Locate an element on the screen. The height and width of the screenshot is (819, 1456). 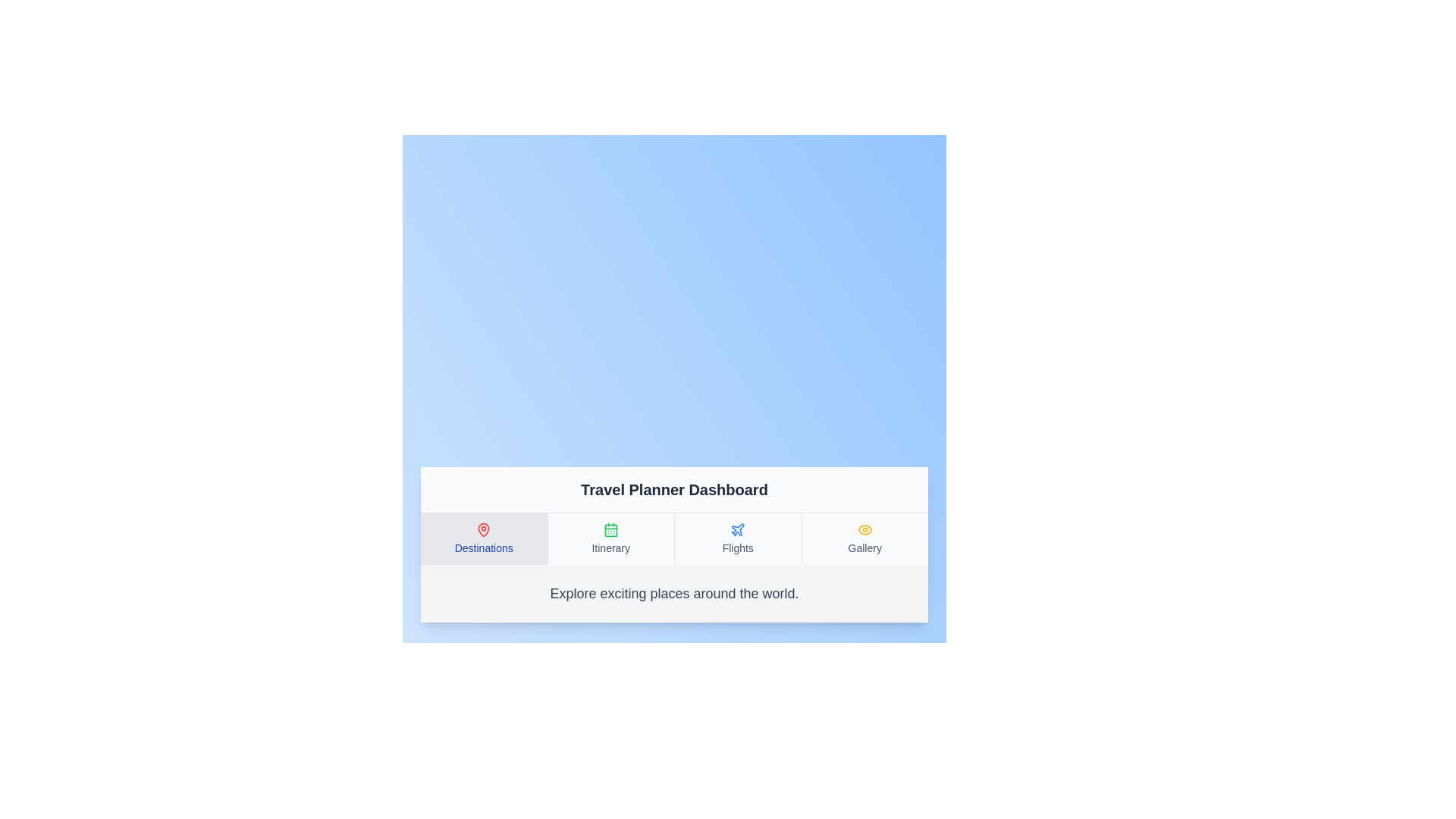
the calendar icon in the Itinerary section of the Travel Planner Dashboard is located at coordinates (610, 529).